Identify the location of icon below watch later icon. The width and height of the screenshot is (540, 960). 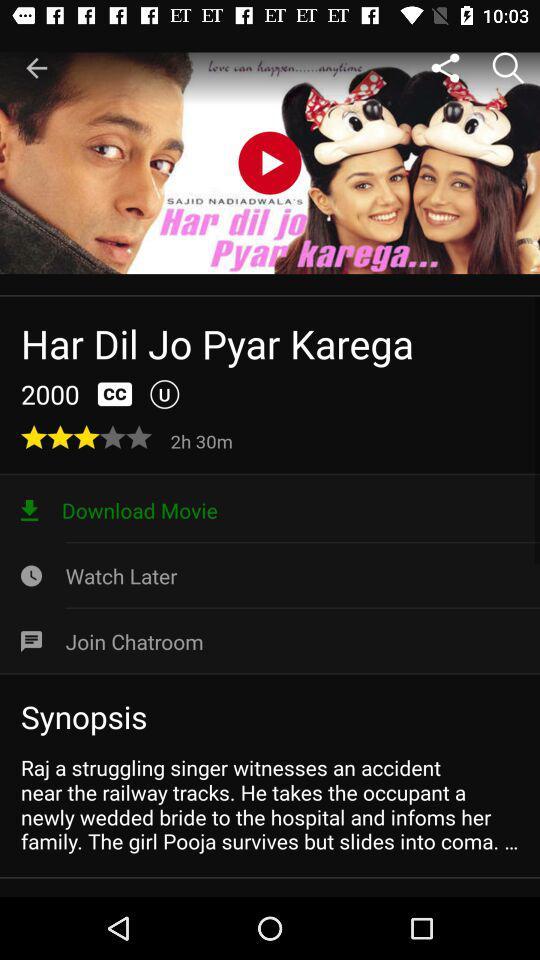
(270, 640).